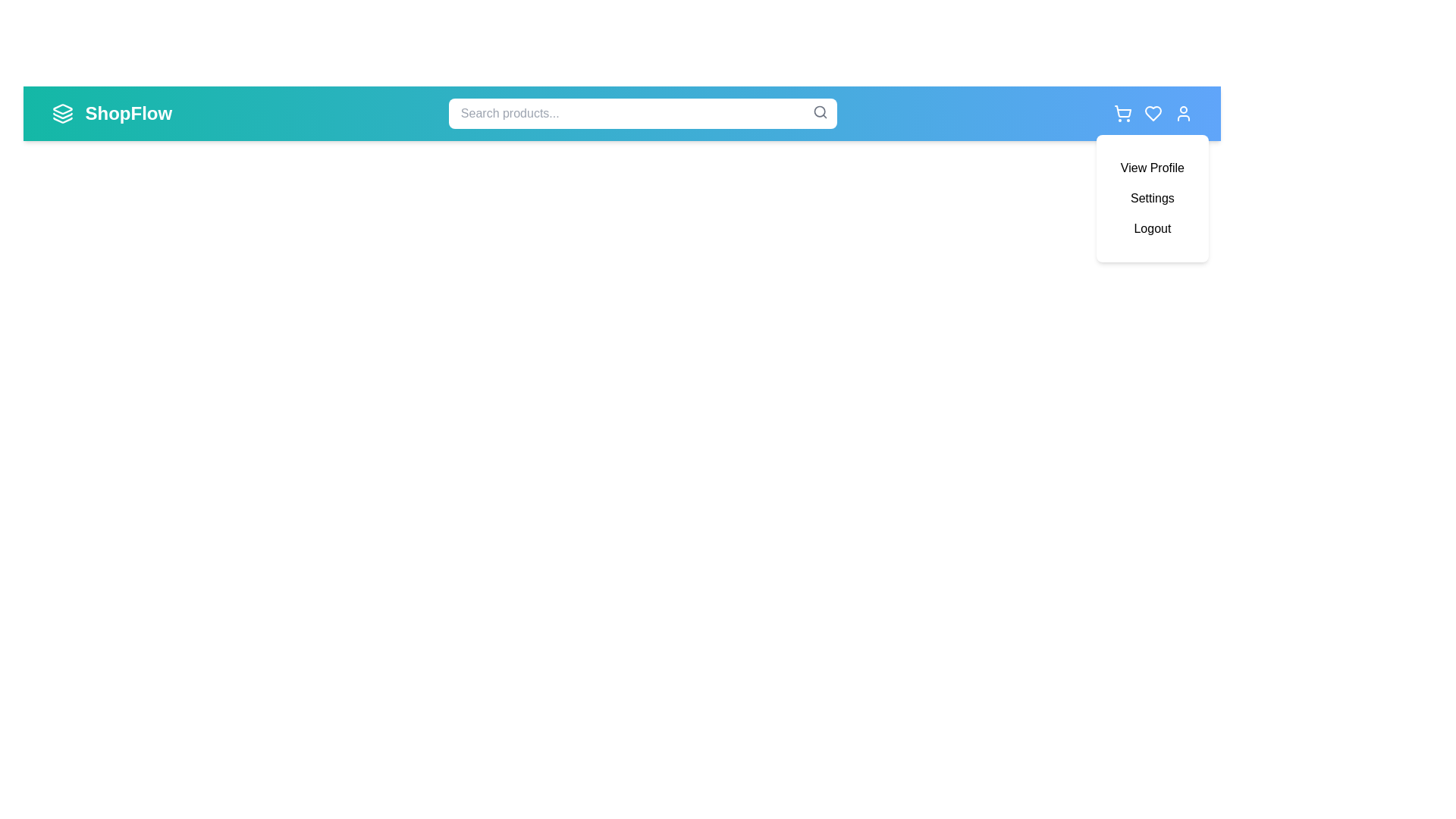 This screenshot has width=1456, height=819. Describe the element at coordinates (642, 113) in the screenshot. I see `the search bar and type 'example text'` at that location.